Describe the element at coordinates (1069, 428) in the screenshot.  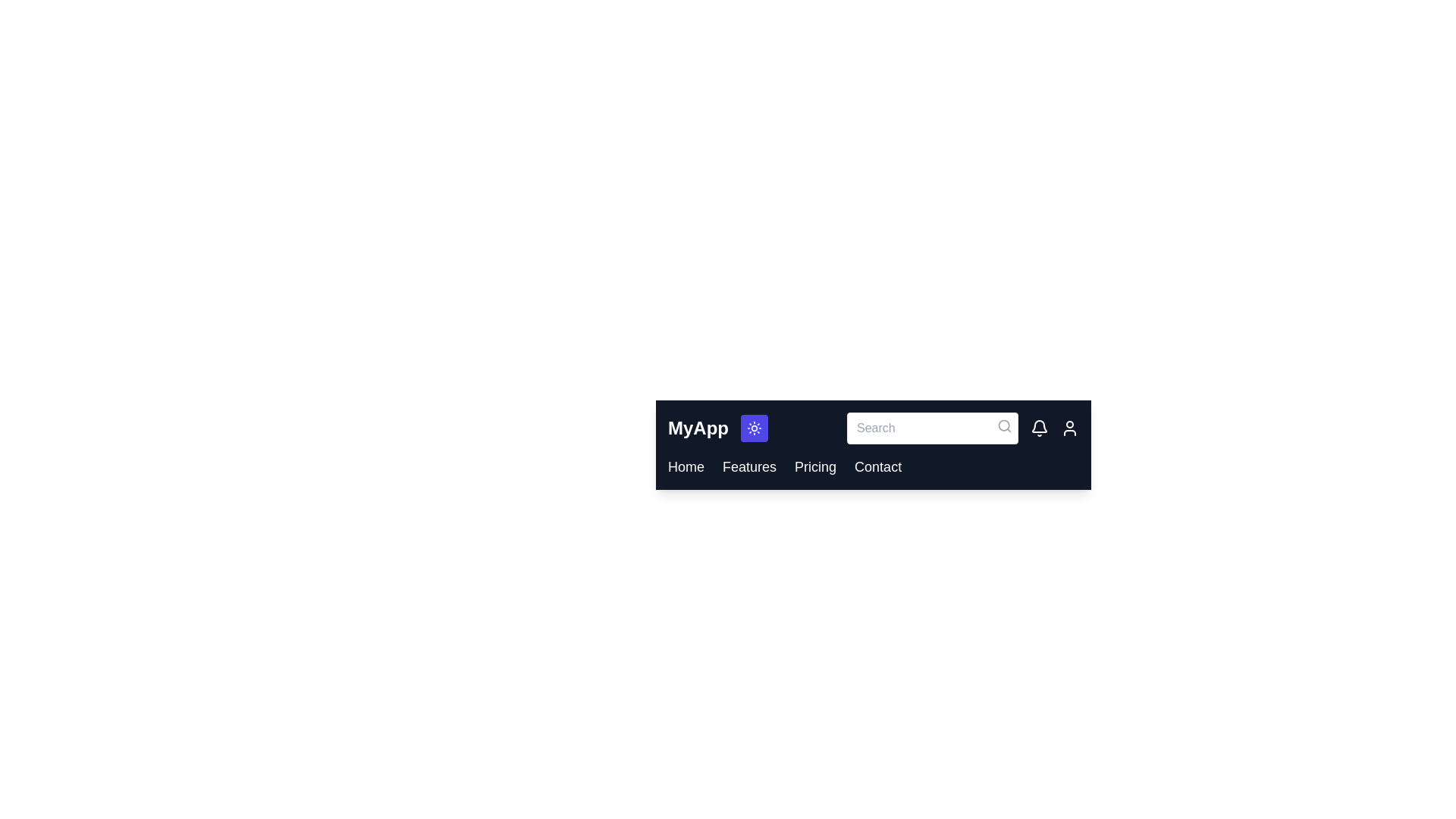
I see `the user icon in the CustomAppBar` at that location.